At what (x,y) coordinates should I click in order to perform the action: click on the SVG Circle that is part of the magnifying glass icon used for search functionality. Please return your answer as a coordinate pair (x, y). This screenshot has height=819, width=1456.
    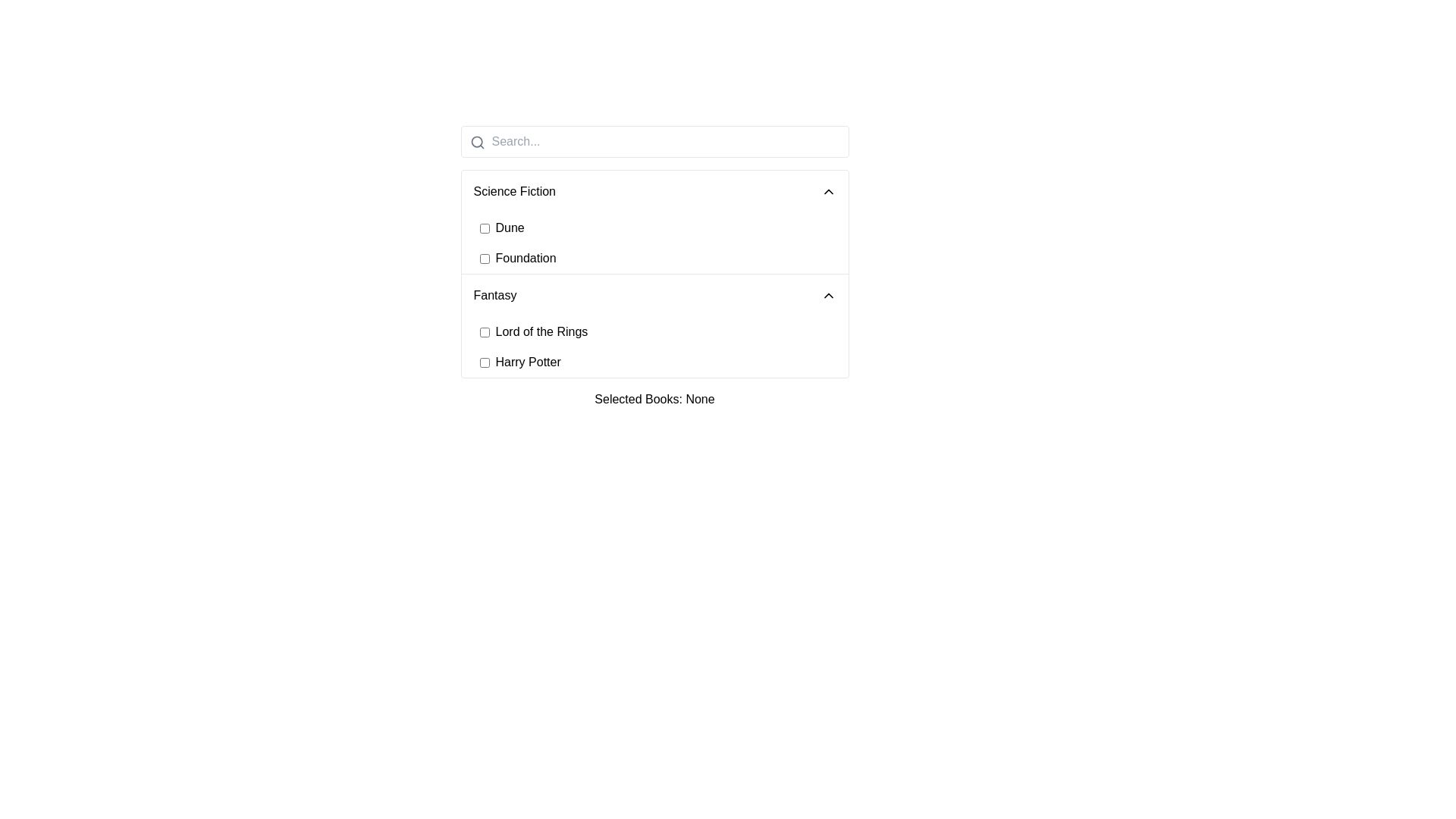
    Looking at the image, I should click on (475, 142).